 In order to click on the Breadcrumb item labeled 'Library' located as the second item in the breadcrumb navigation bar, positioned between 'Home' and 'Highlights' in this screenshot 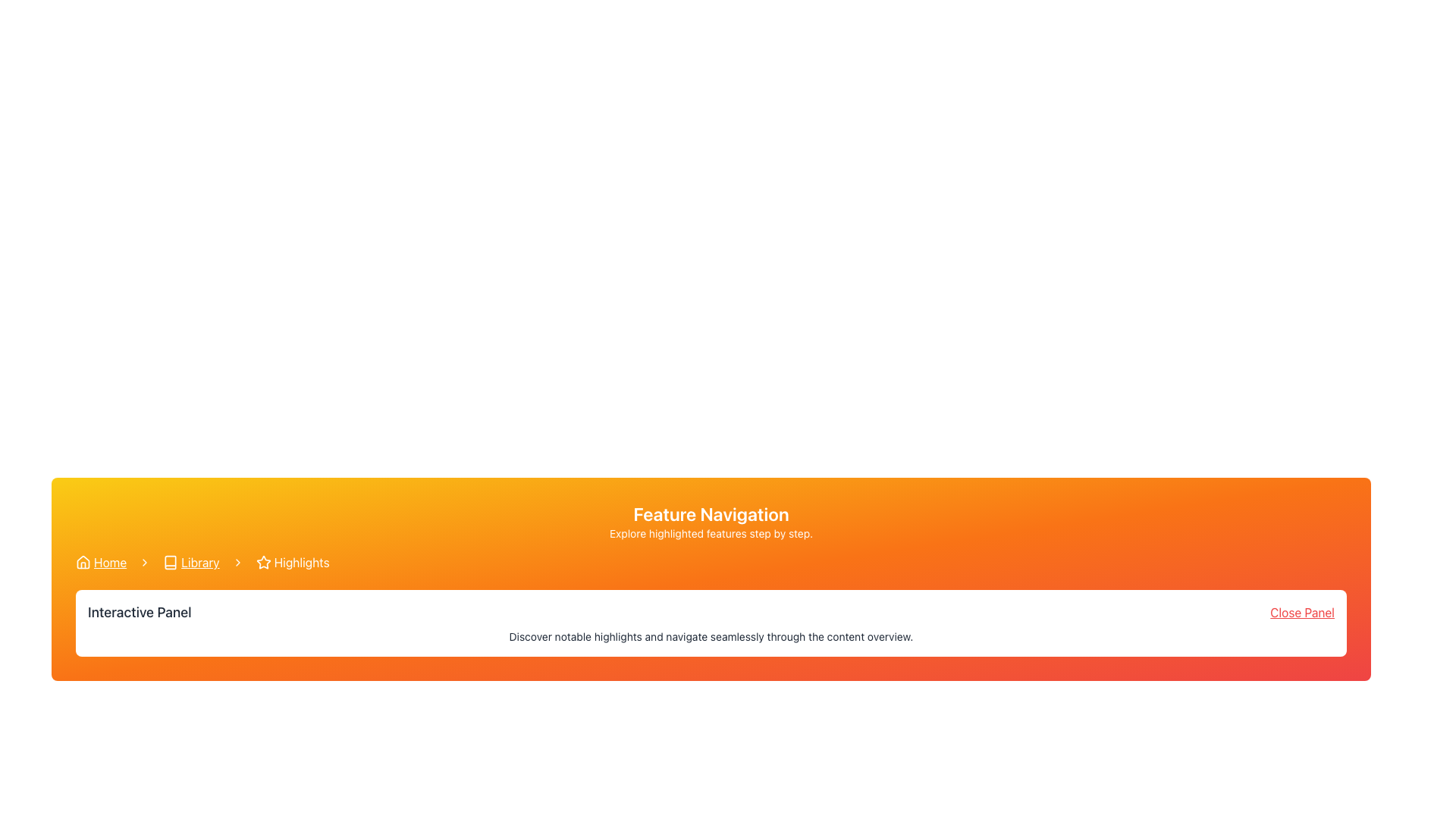, I will do `click(190, 562)`.